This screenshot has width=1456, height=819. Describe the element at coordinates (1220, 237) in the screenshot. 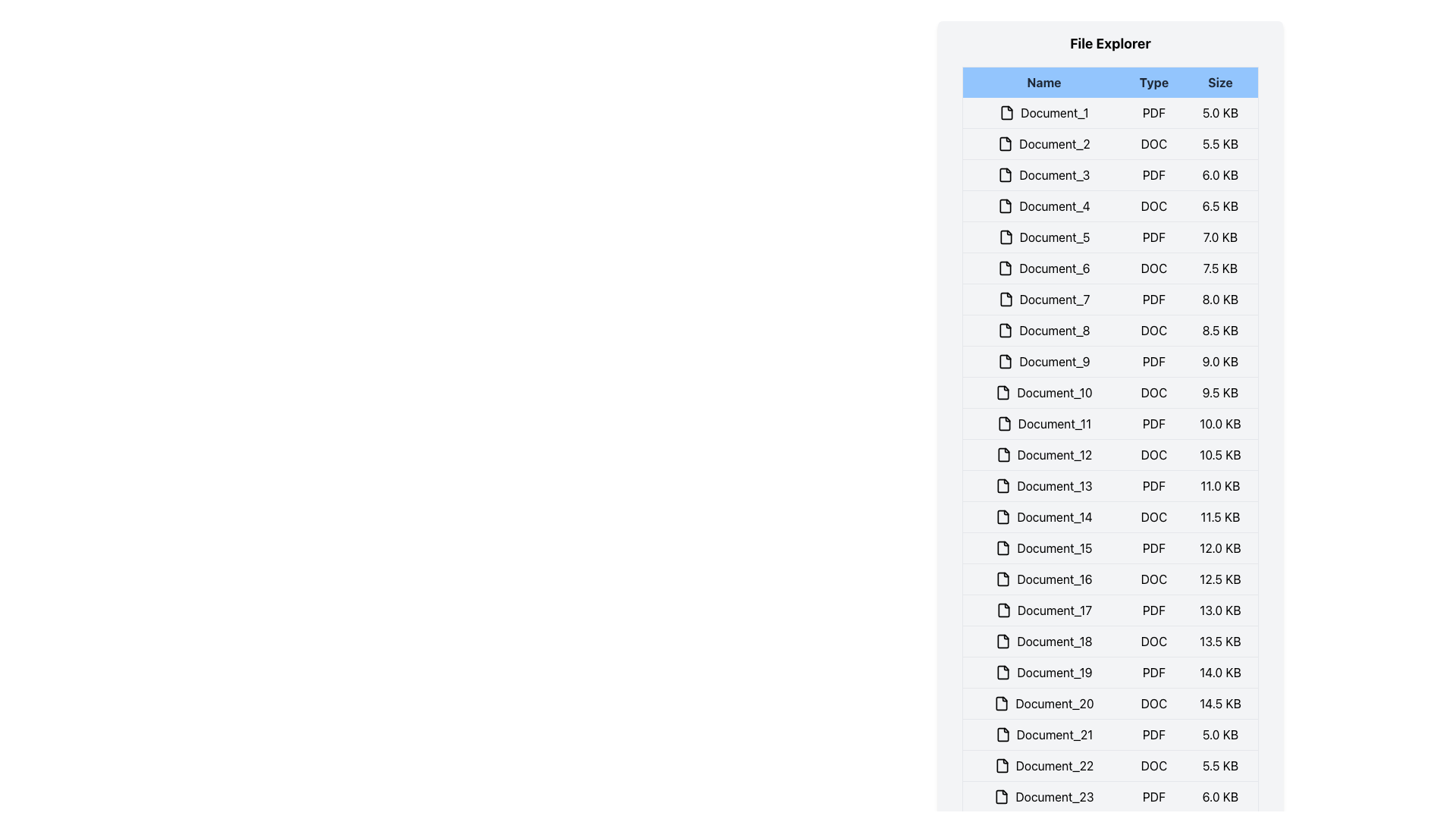

I see `the static text element displaying the file size in the fifth row of the file explorer table under the 'Size' column` at that location.